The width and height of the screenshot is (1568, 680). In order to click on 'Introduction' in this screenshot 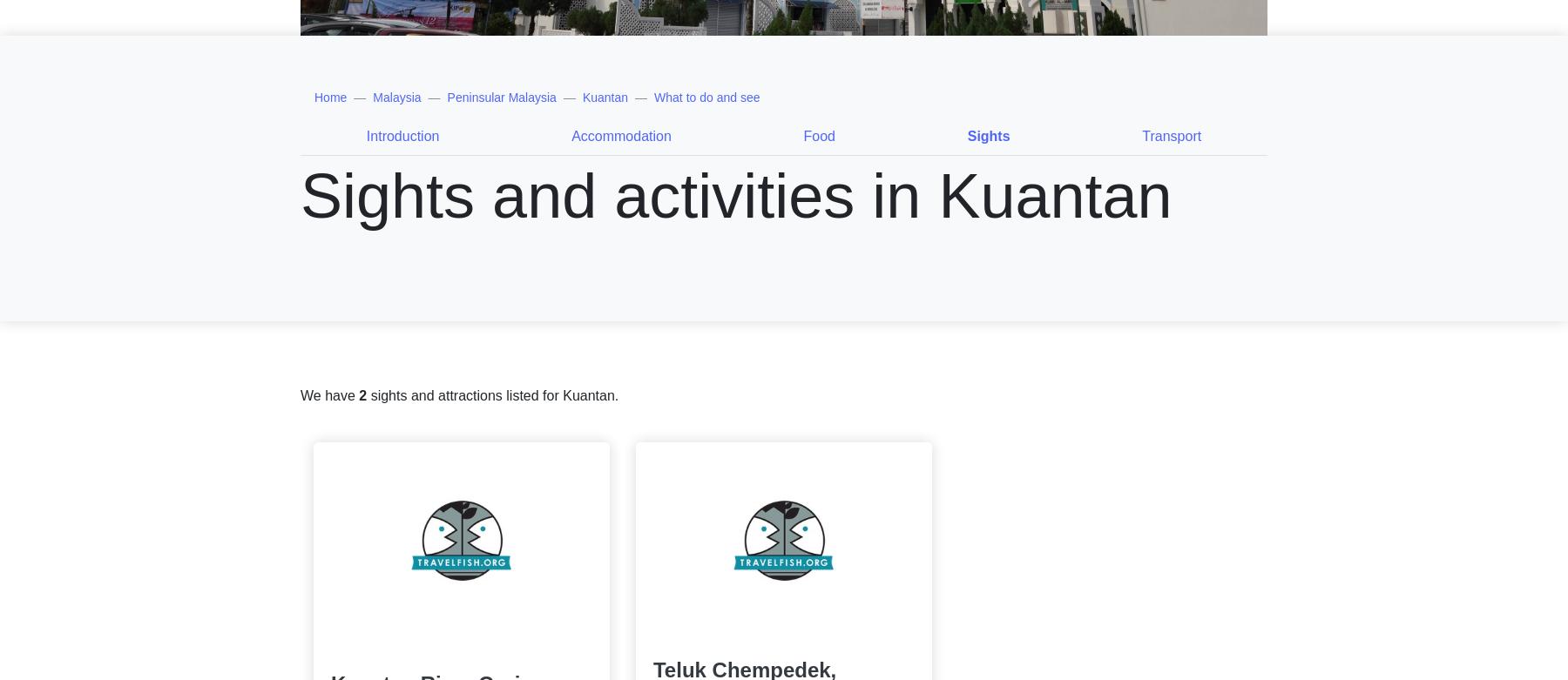, I will do `click(402, 135)`.